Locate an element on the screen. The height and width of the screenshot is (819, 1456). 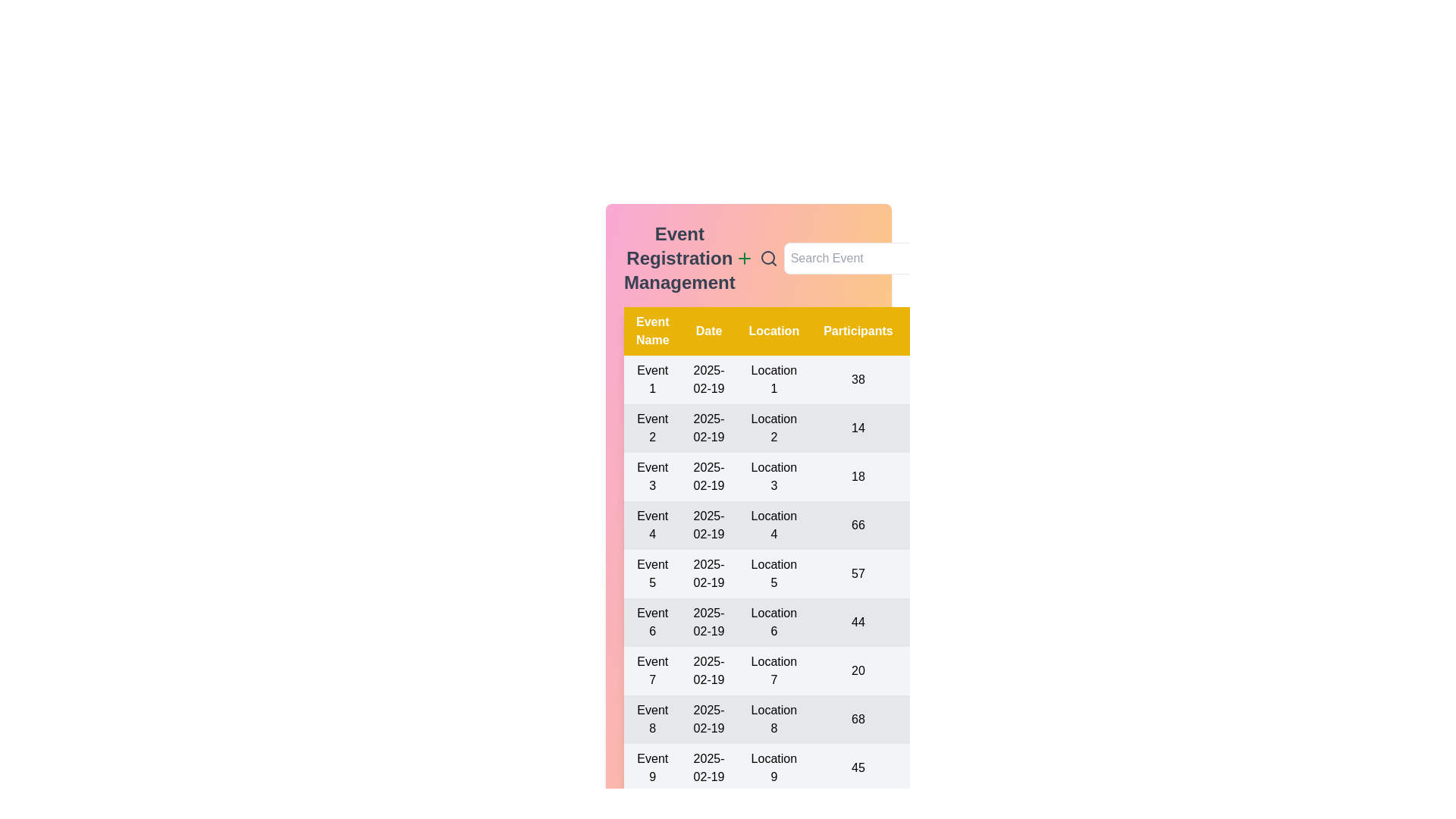
the plus icon to add a new event is located at coordinates (744, 257).